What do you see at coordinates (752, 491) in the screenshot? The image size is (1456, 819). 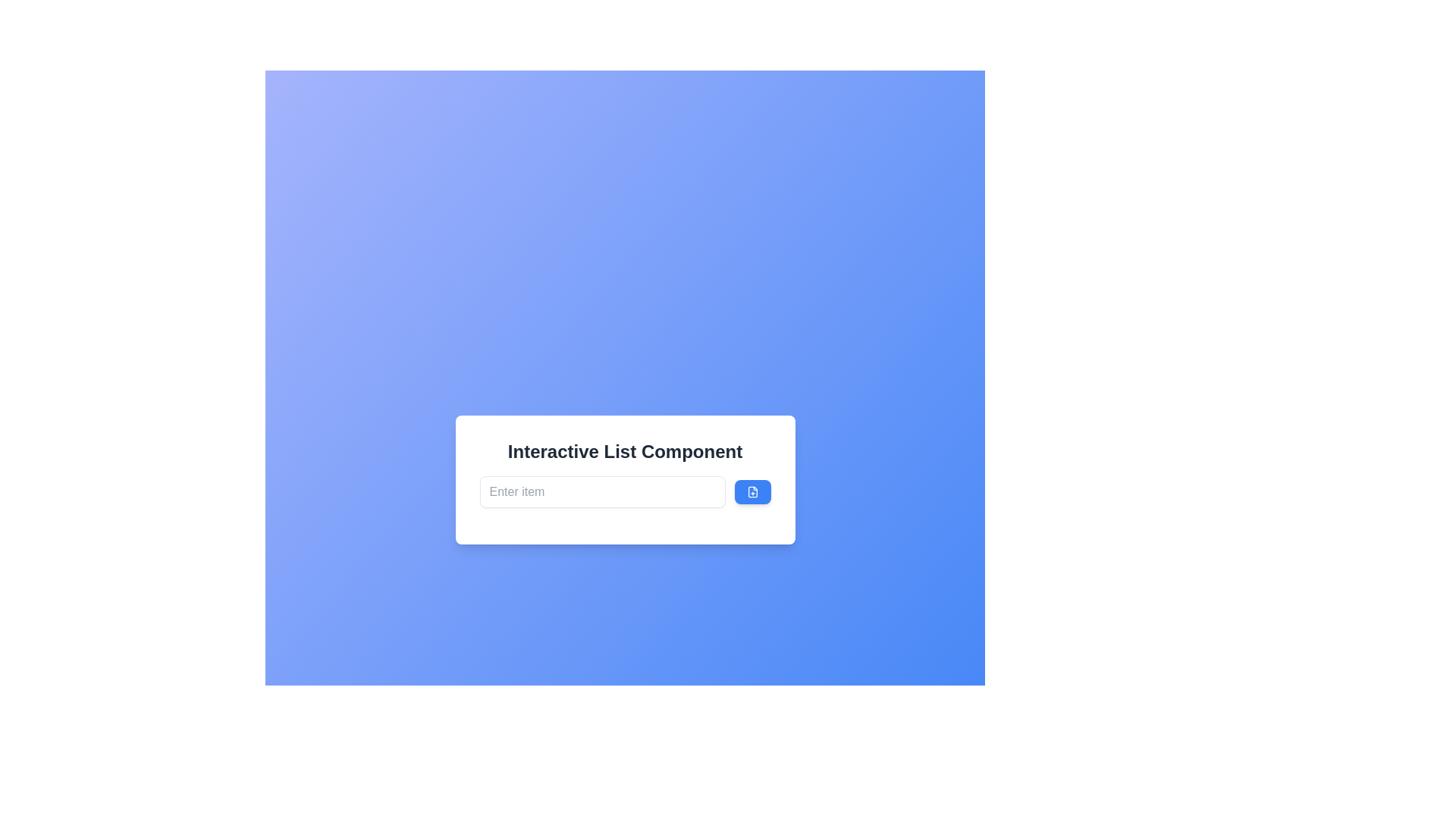 I see `the small square-shaped button with a blue background and a white document icon with a plus sign` at bounding box center [752, 491].